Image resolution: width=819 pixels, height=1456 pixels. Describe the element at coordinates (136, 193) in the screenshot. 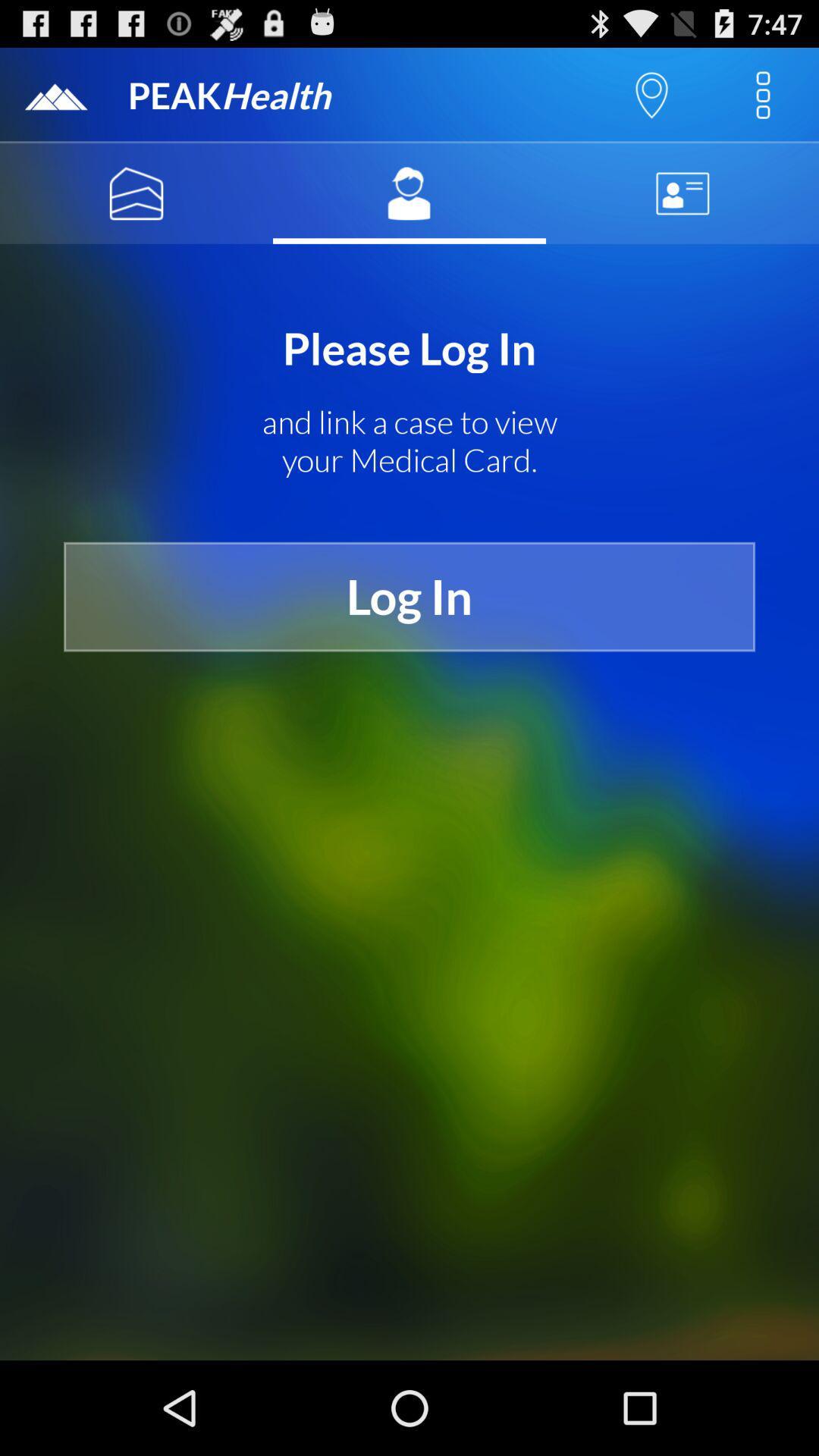

I see `item above please log in icon` at that location.